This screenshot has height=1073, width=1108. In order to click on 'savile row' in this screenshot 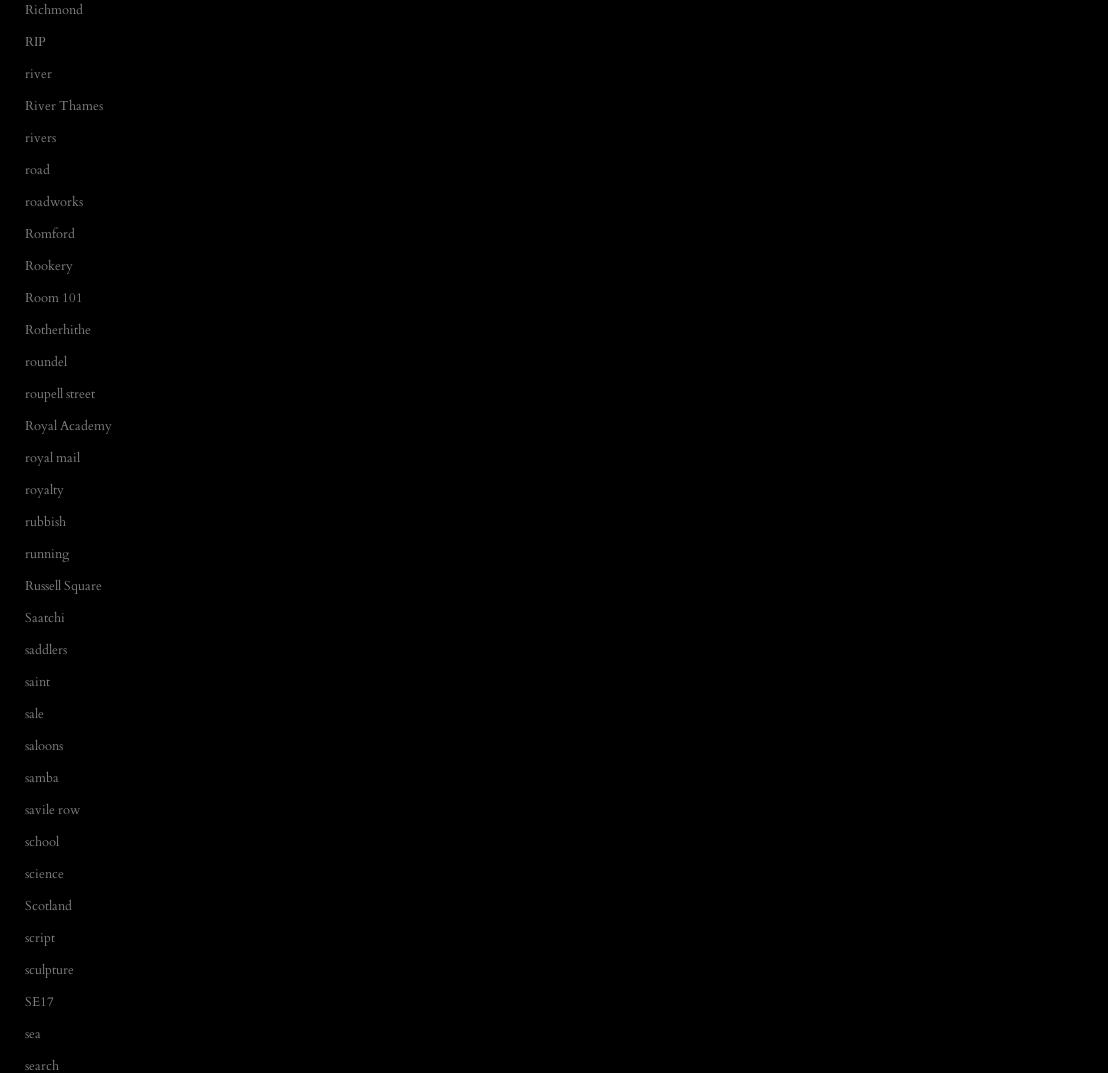, I will do `click(25, 809)`.